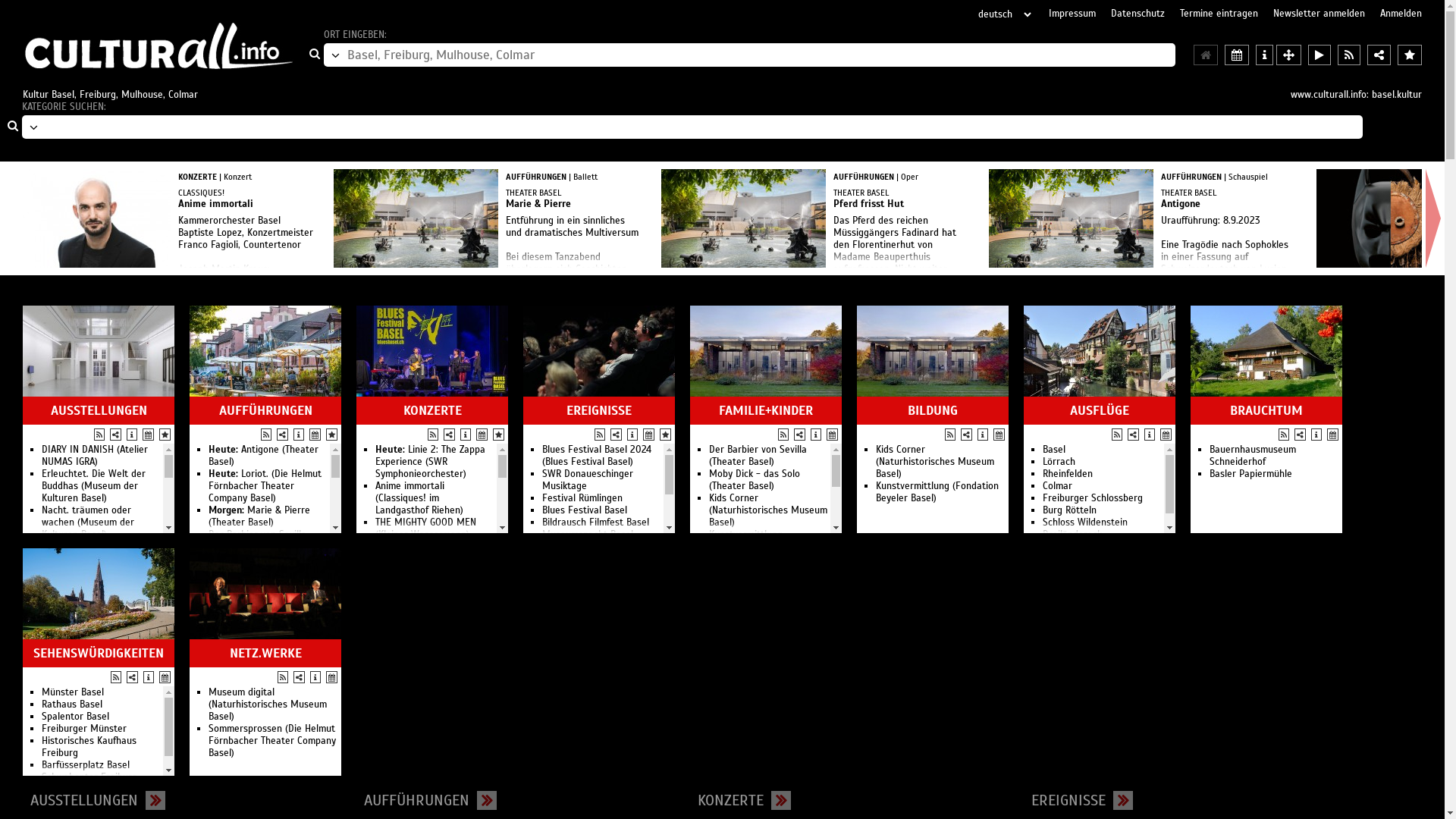 This screenshot has width=1456, height=819. I want to click on 'Schwabentor Freiburg', so click(89, 777).